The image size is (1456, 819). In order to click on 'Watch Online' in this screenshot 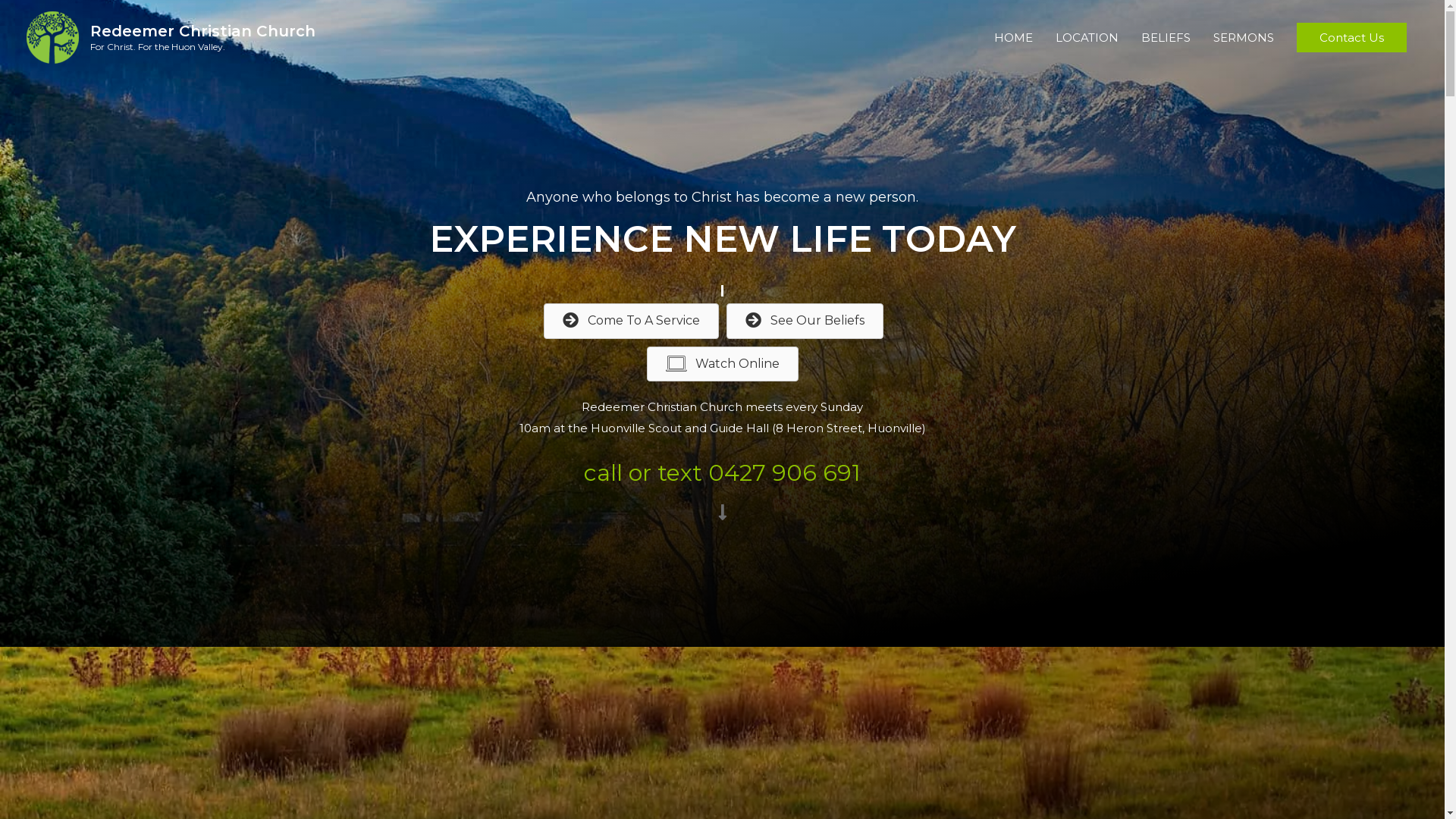, I will do `click(720, 364)`.